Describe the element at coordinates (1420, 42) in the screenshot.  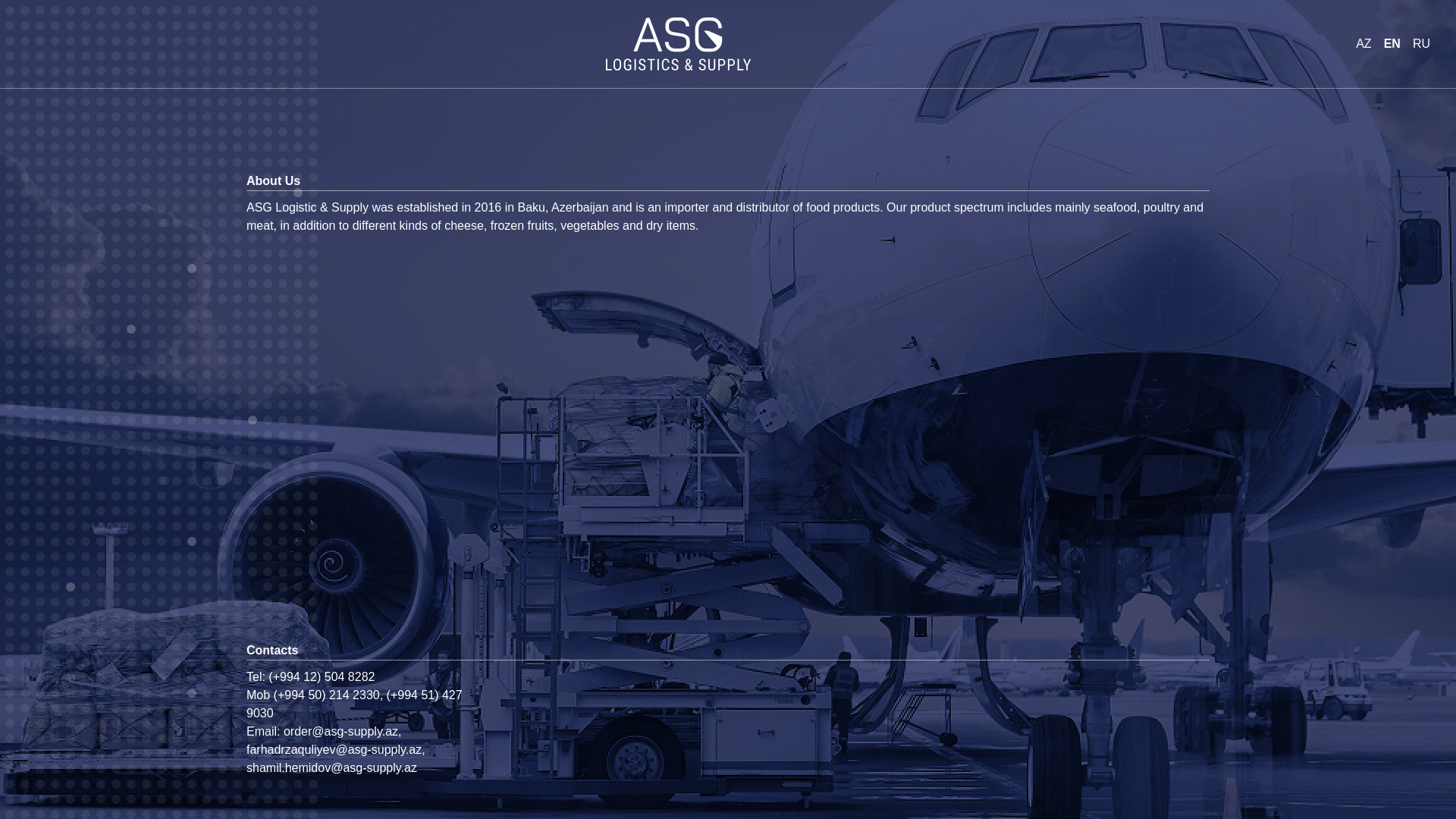
I see `'RU'` at that location.